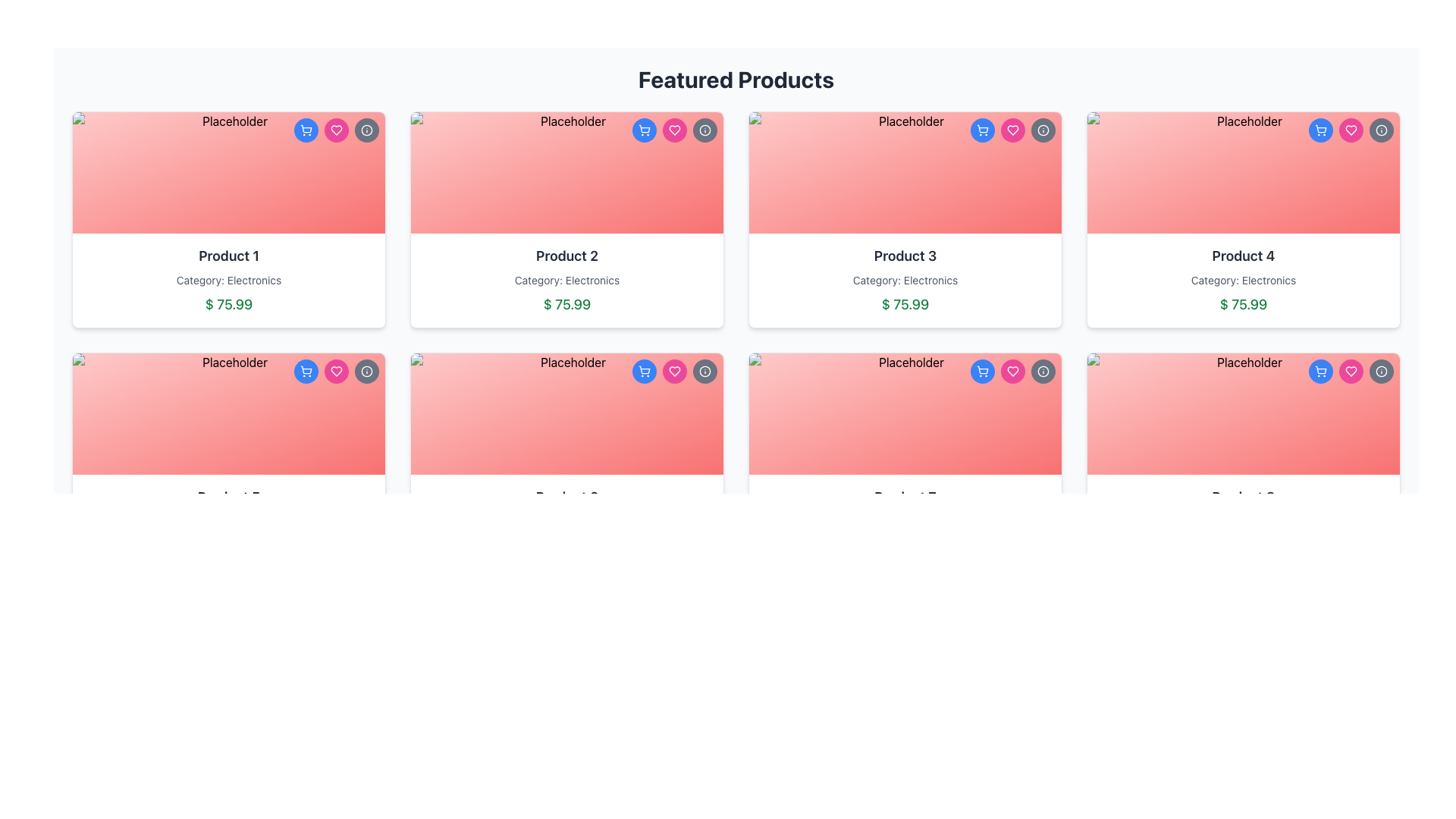 The height and width of the screenshot is (819, 1456). What do you see at coordinates (673, 130) in the screenshot?
I see `the icon button in the top right section of the 'Product 2' card` at bounding box center [673, 130].